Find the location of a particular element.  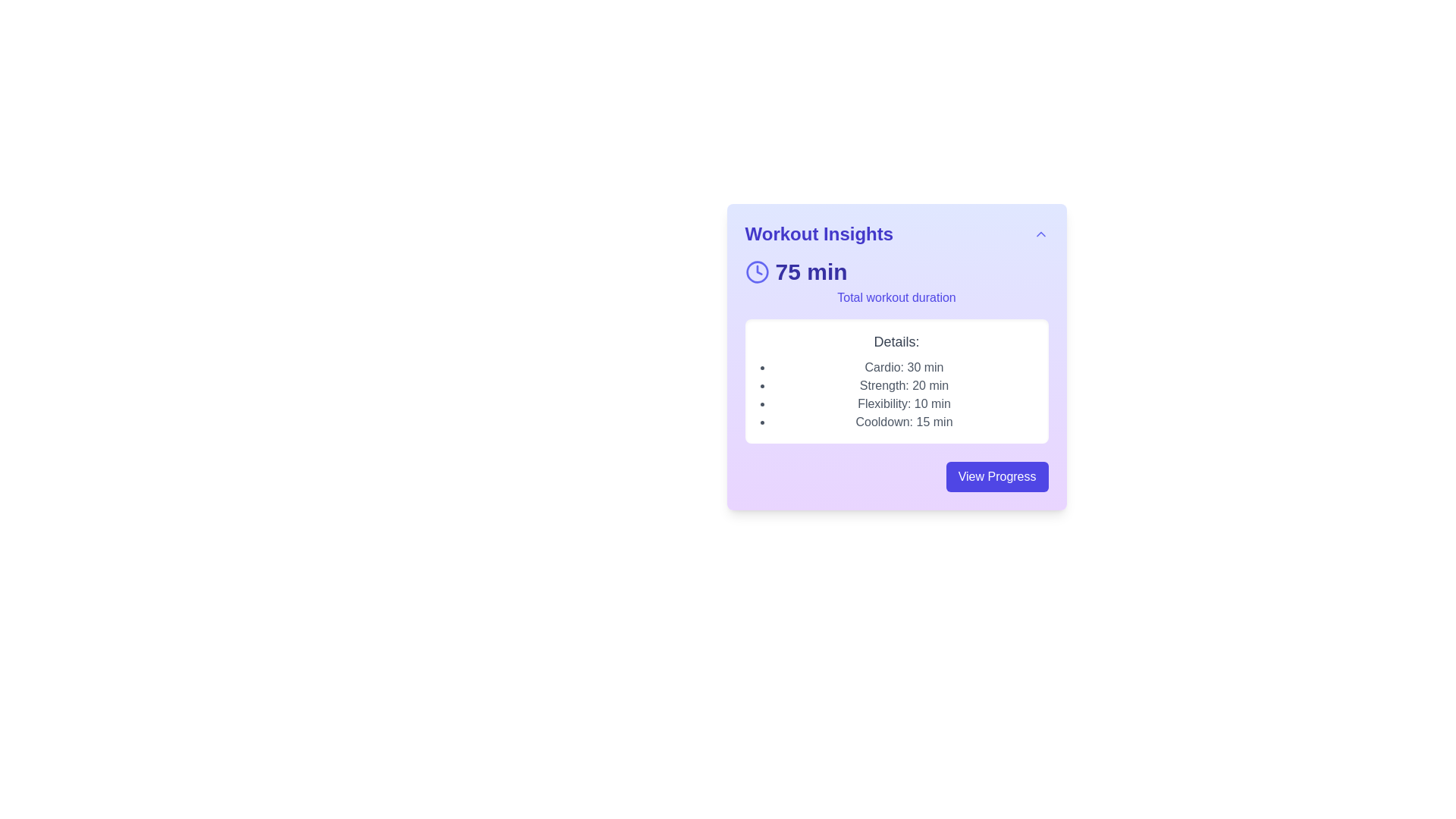

the Chevron icon button located at the top-right corner of the 'Workout Insights' section is located at coordinates (1040, 234).